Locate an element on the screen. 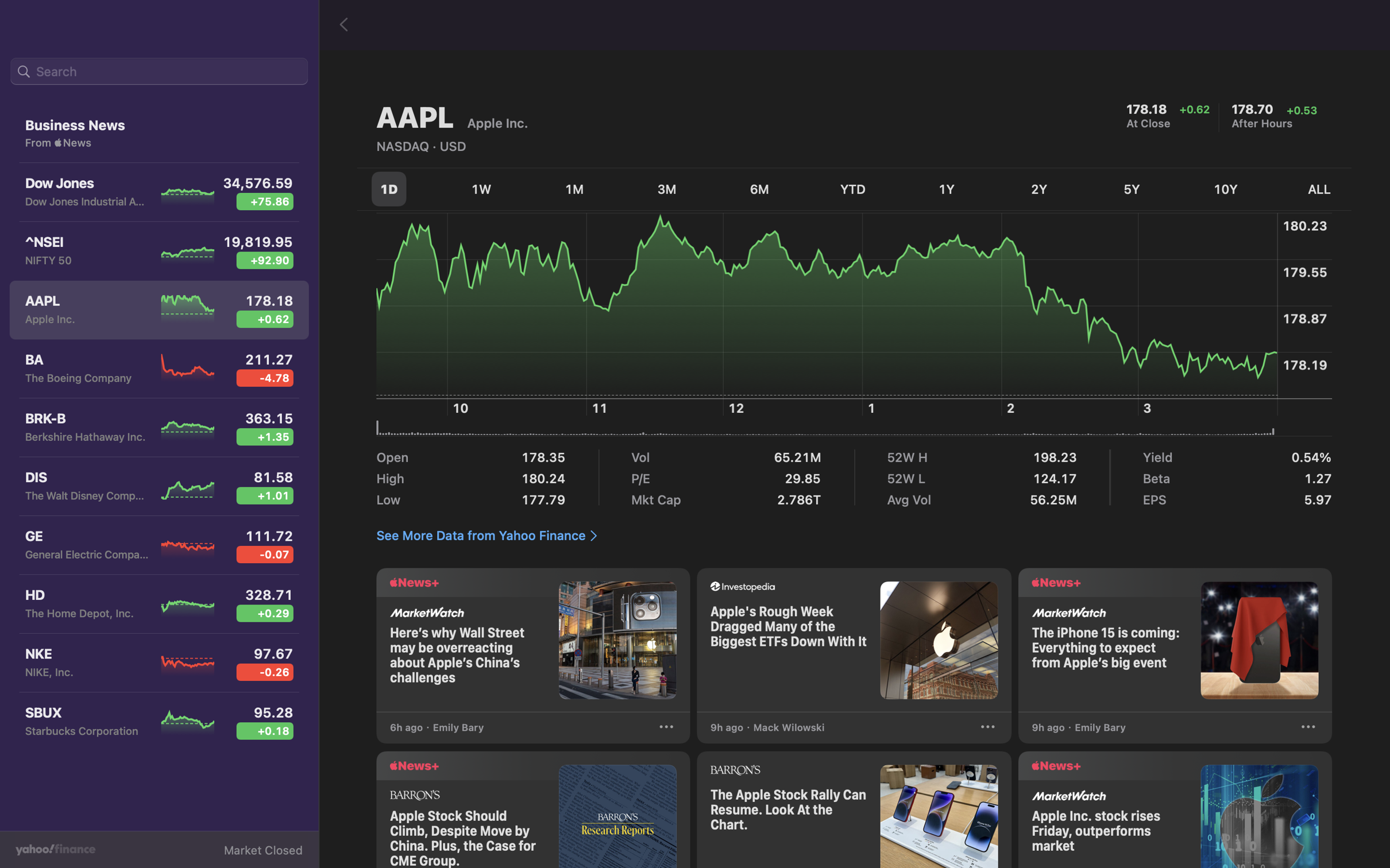  Check the change in stock from 12 noon to 2 by dragging over the graph is located at coordinates (2130870, 597618).